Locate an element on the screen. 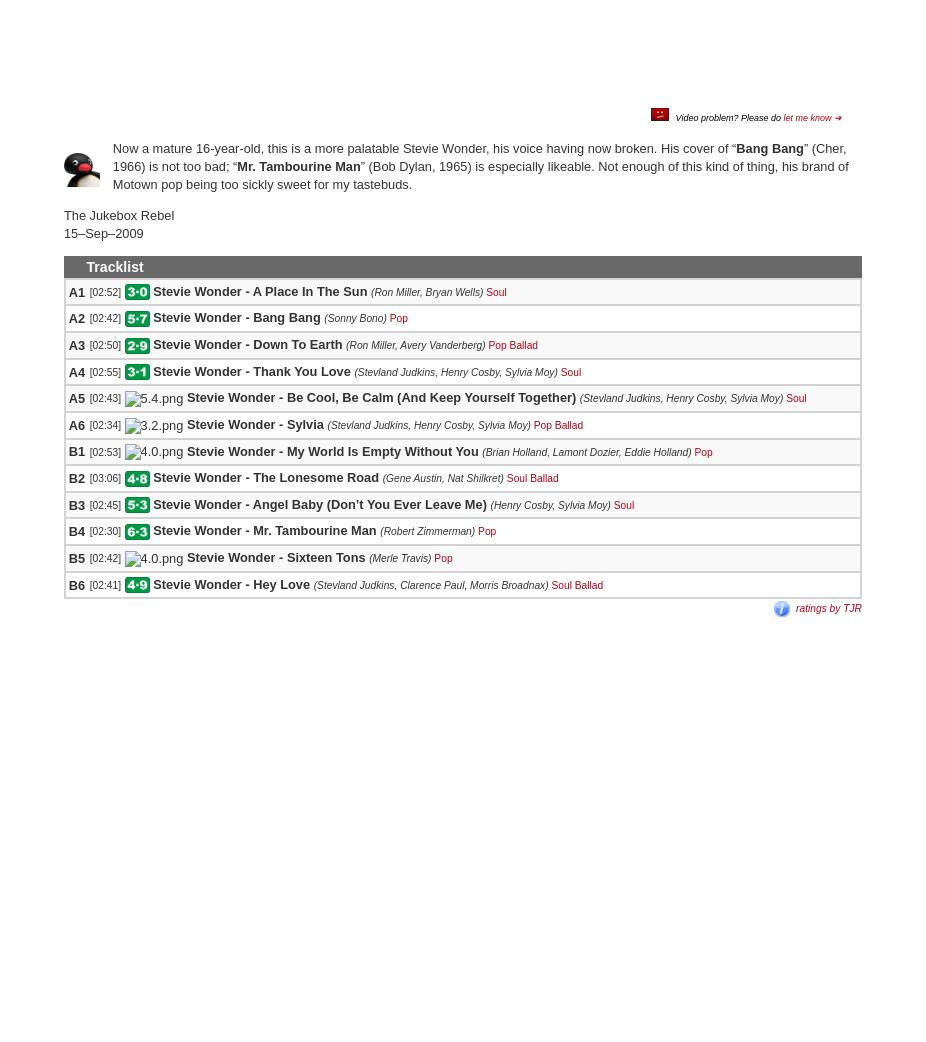 Image resolution: width=926 pixels, height=1042 pixels. 'Stevie Wonder - Sixteen Tons' is located at coordinates (275, 556).